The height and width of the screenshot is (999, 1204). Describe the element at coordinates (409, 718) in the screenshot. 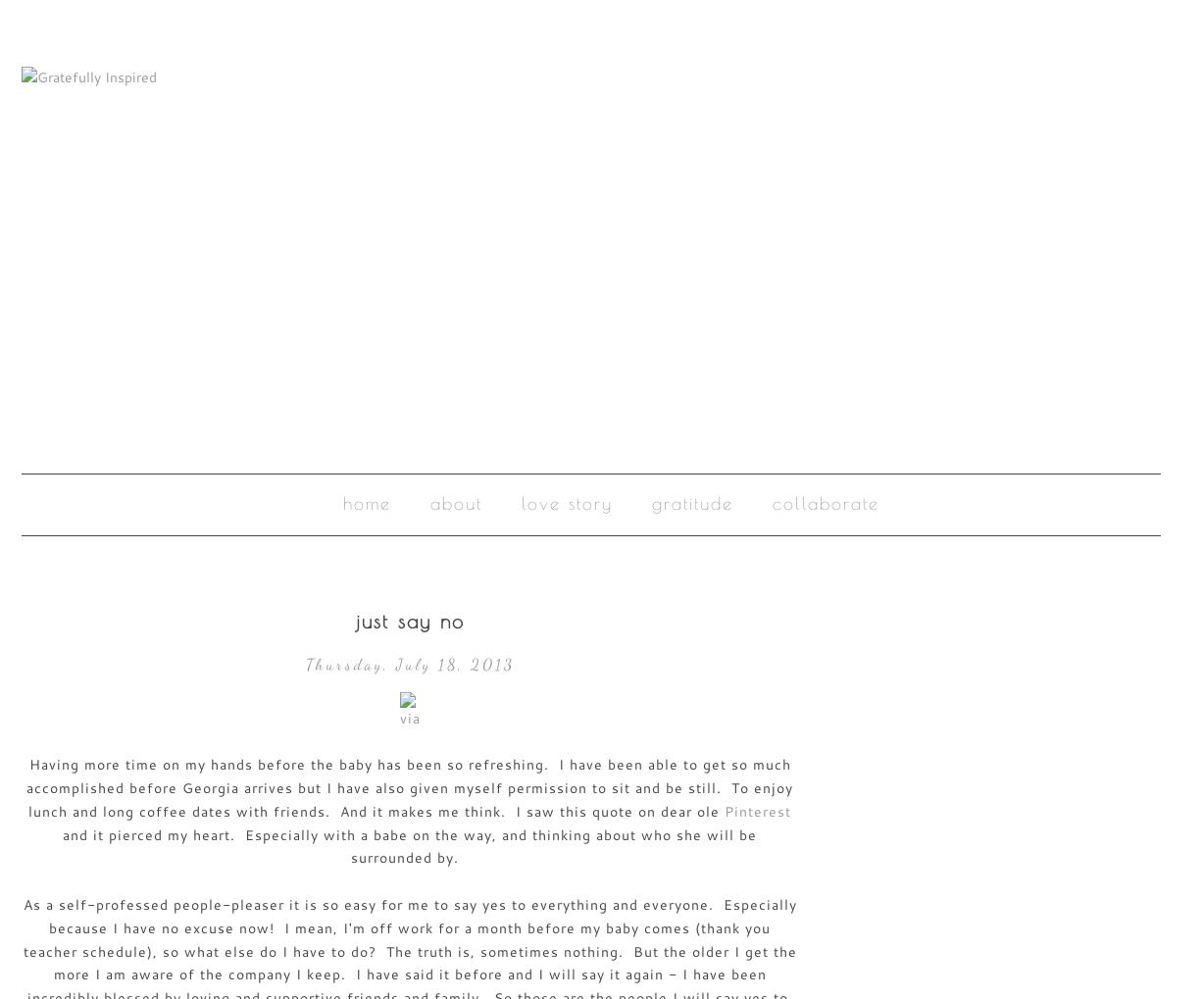

I see `'via'` at that location.